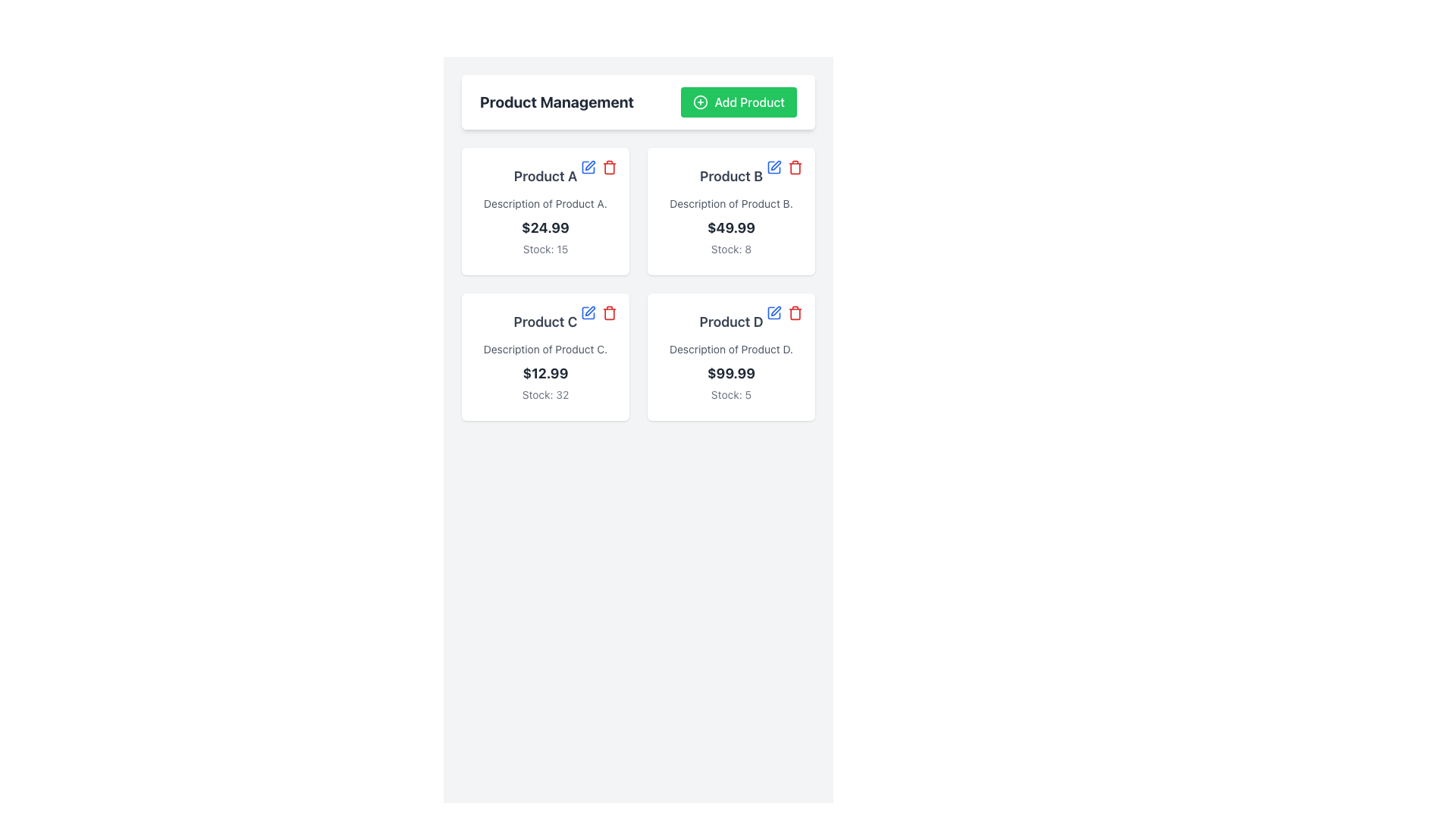 The image size is (1456, 819). Describe the element at coordinates (785, 167) in the screenshot. I see `the red trash bin icon located at the upper-right corner of the 'Product B' card` at that location.